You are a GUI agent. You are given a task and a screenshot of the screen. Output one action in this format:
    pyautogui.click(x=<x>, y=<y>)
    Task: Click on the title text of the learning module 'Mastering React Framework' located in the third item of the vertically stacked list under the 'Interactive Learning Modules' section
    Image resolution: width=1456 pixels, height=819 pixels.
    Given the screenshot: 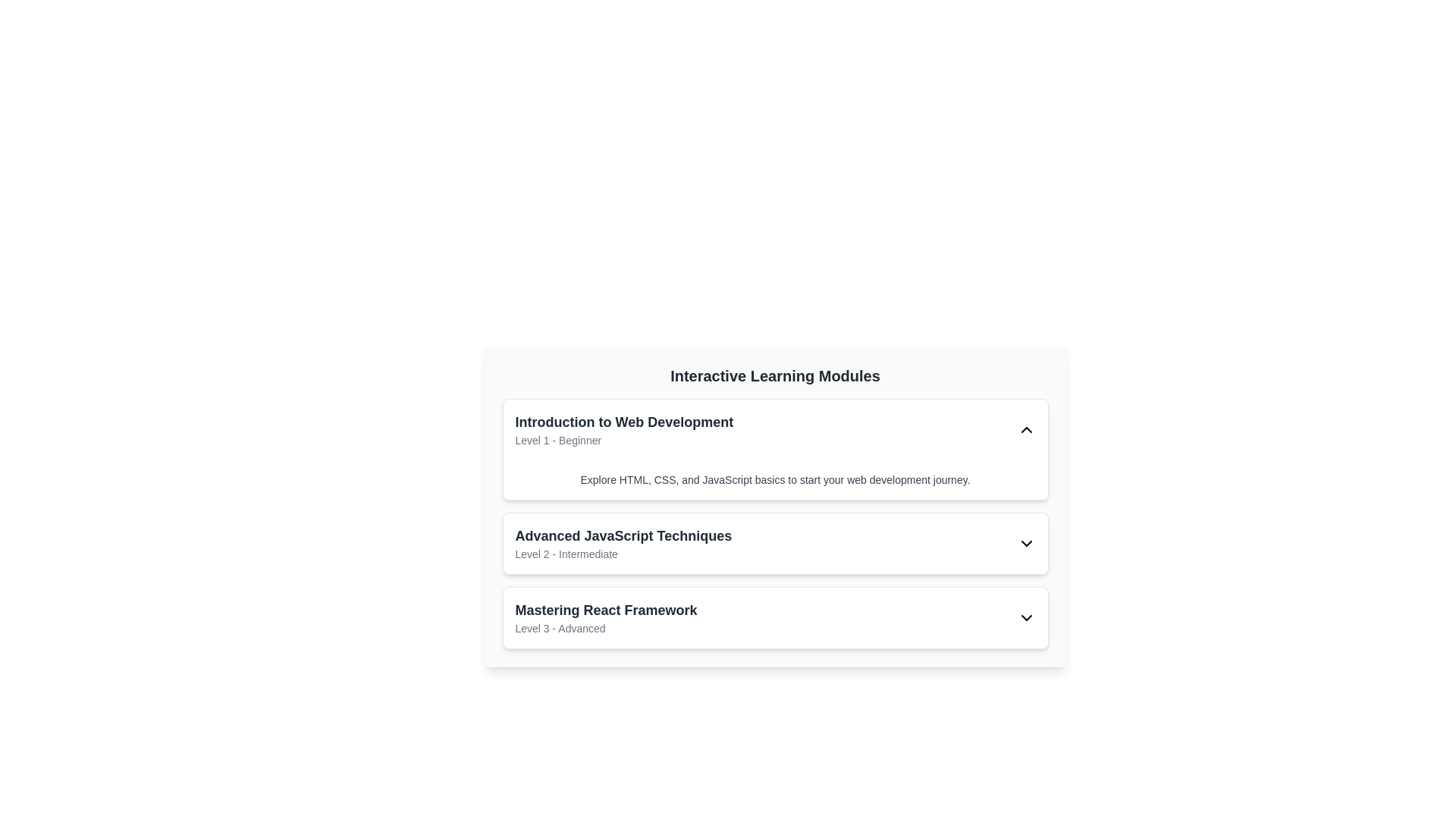 What is the action you would take?
    pyautogui.click(x=605, y=610)
    